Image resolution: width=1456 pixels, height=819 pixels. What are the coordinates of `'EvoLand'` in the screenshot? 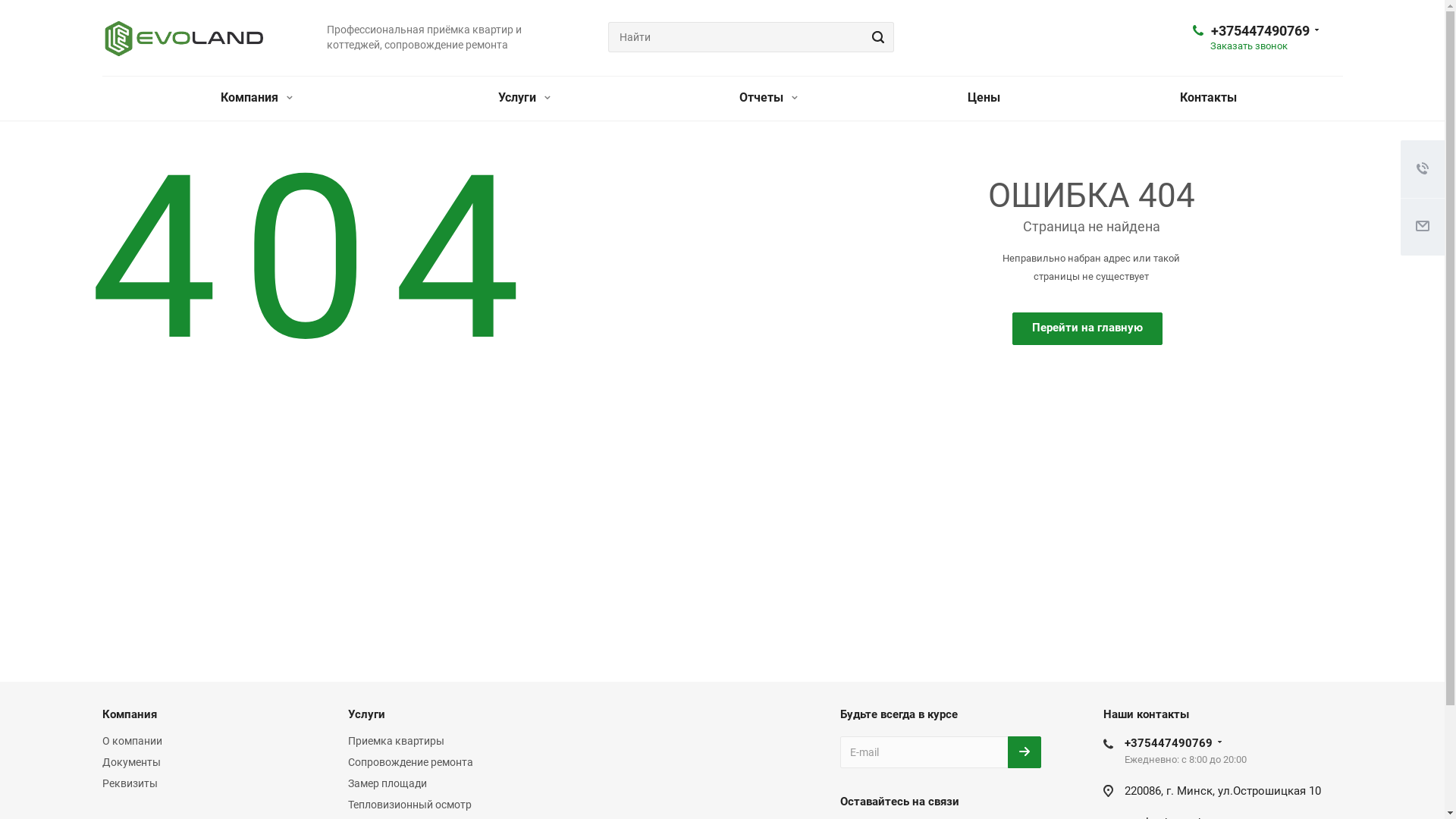 It's located at (182, 37).